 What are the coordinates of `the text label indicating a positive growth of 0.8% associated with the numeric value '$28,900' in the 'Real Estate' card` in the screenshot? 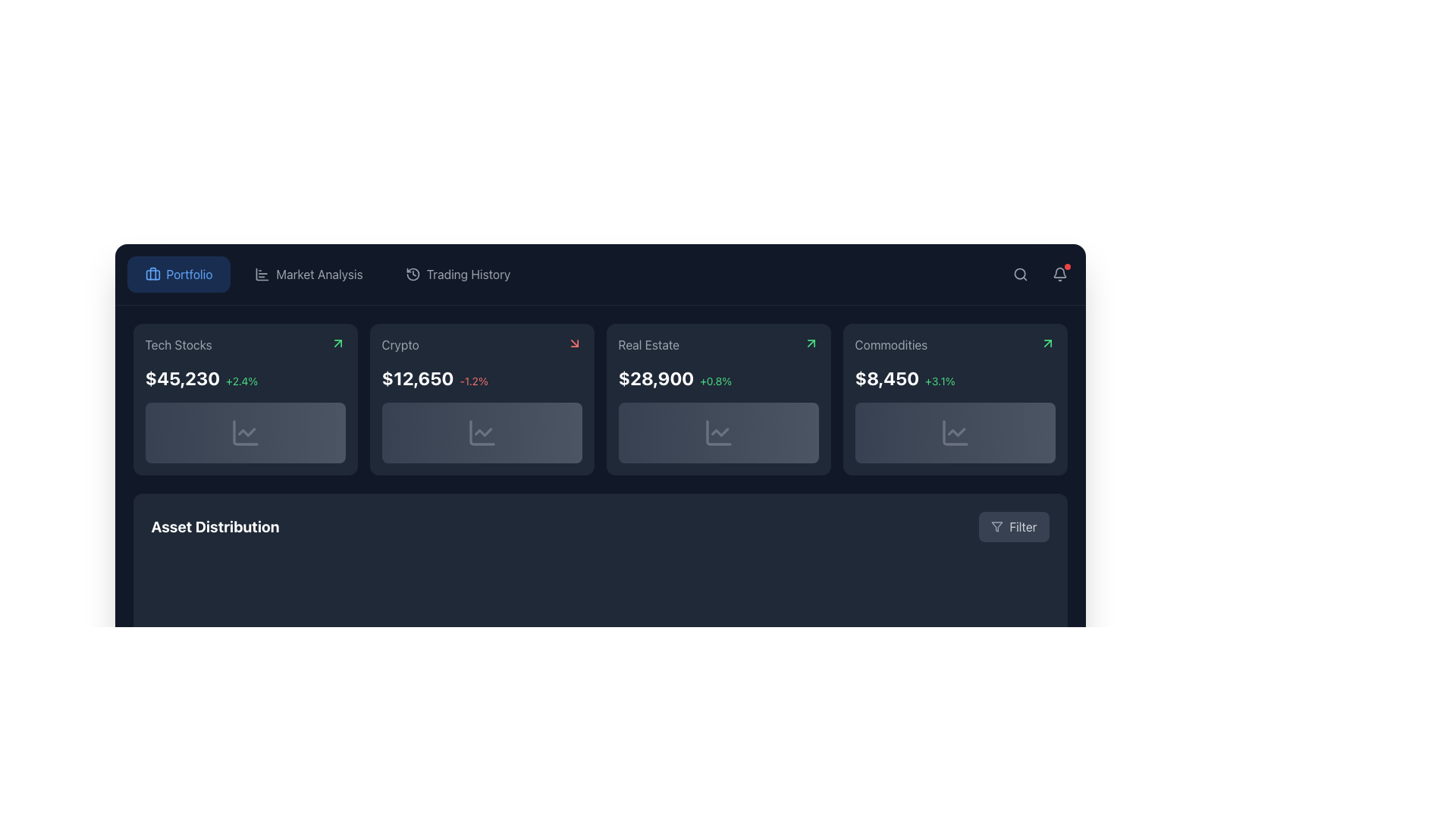 It's located at (715, 380).